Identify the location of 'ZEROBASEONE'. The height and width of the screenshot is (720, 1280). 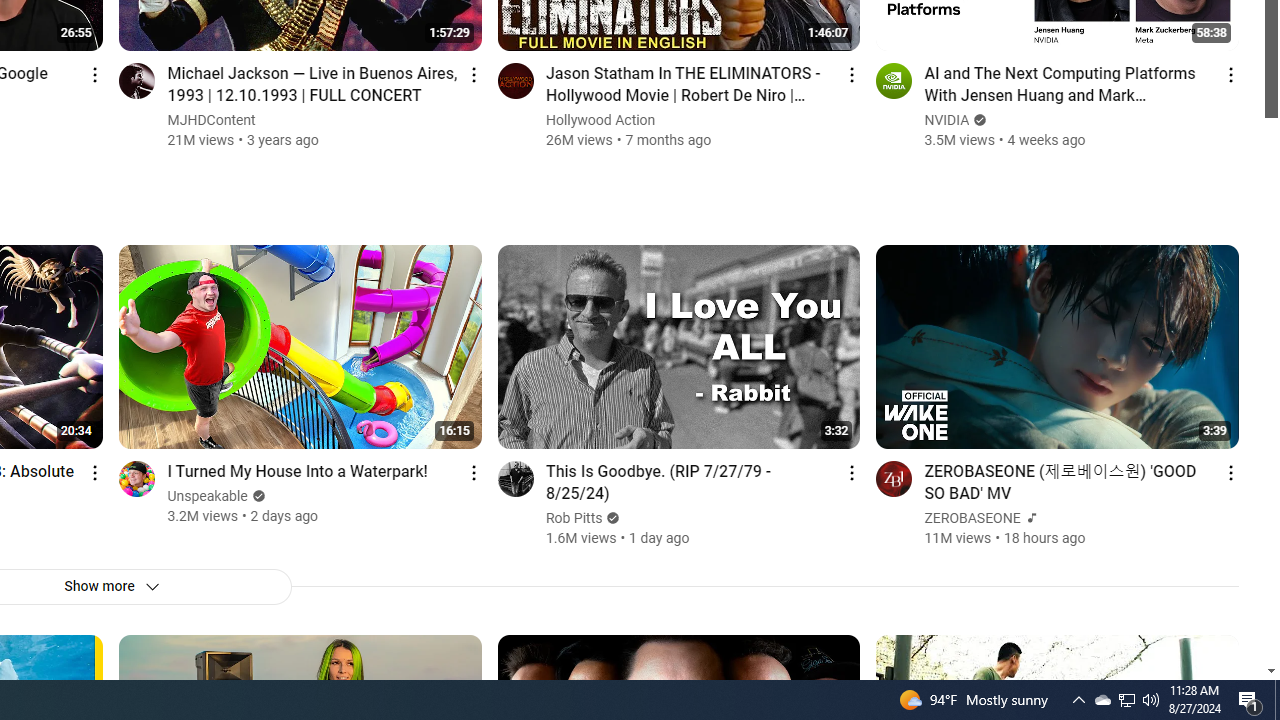
(973, 517).